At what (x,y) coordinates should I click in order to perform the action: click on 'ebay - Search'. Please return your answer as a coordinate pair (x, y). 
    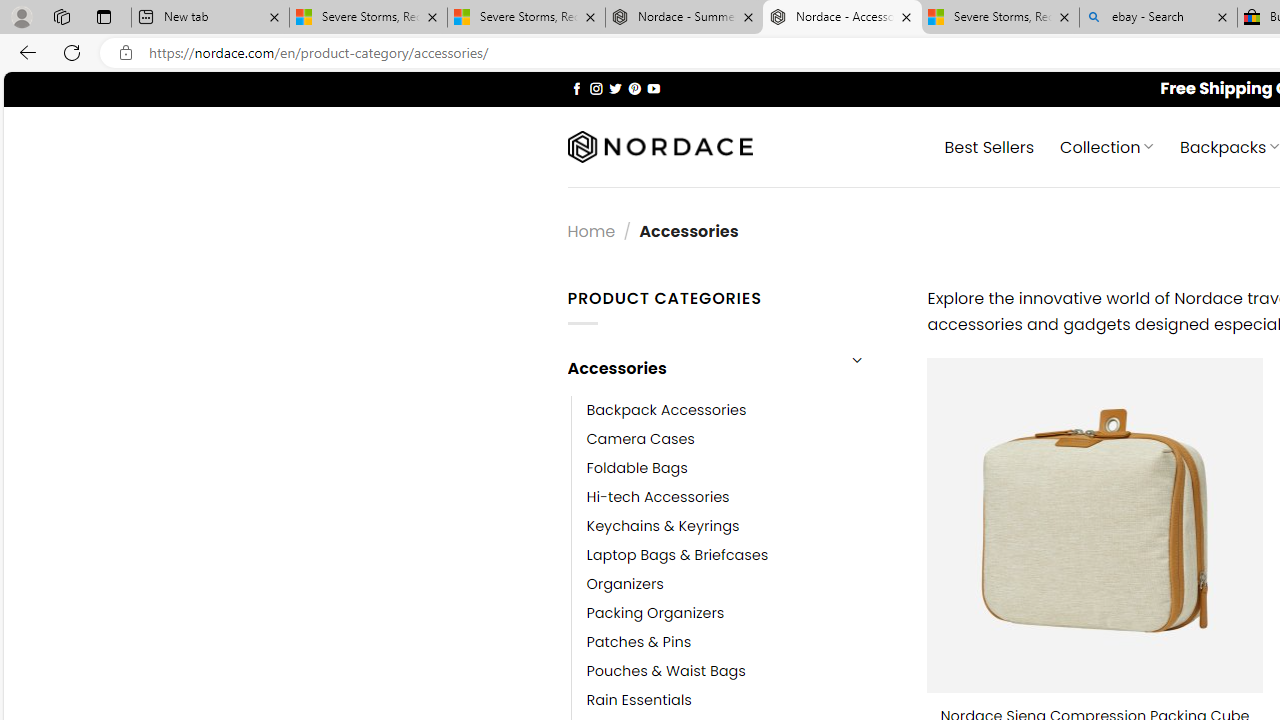
    Looking at the image, I should click on (1158, 17).